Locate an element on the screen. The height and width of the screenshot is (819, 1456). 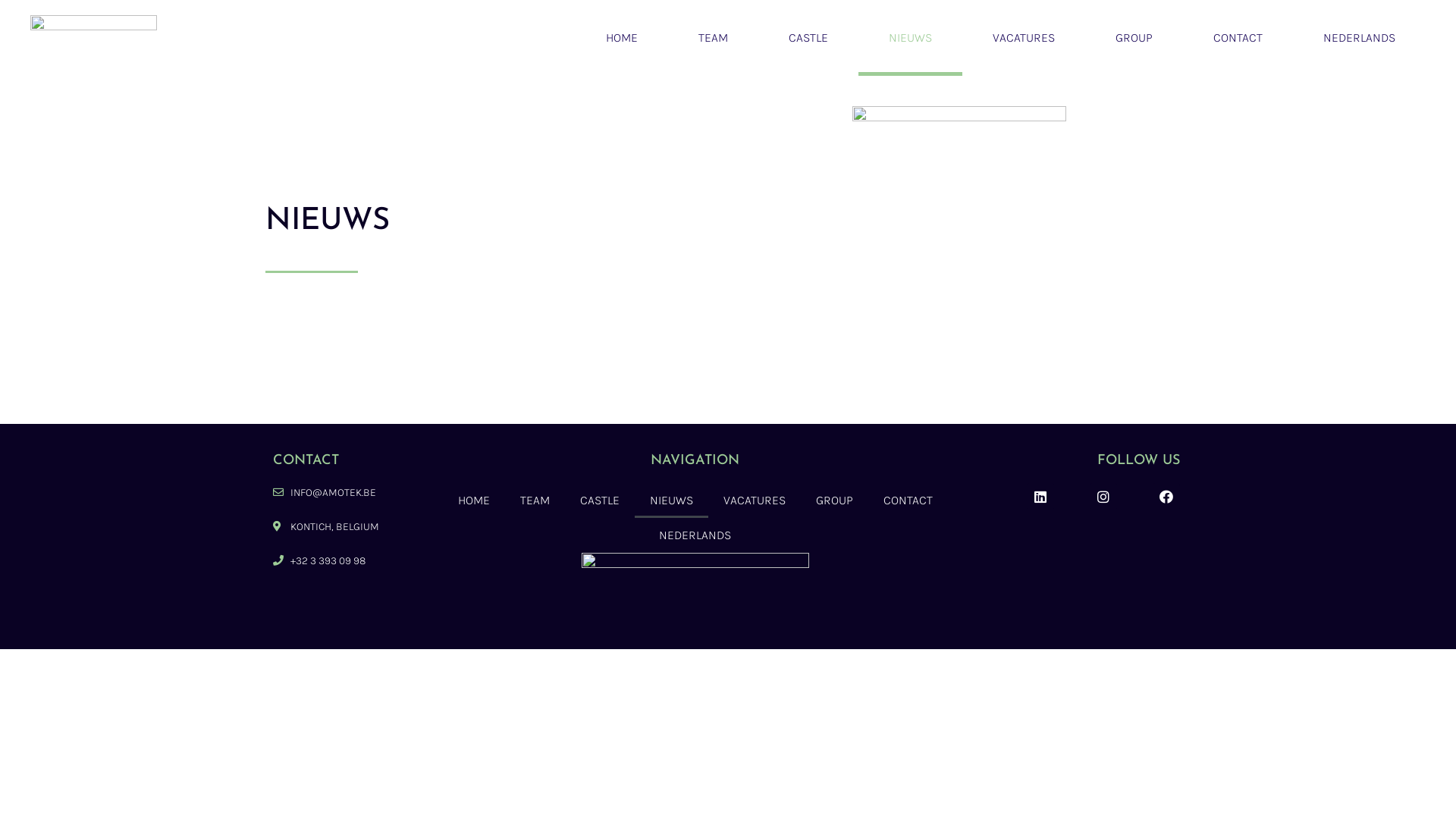
'NIEUWS' is located at coordinates (910, 37).